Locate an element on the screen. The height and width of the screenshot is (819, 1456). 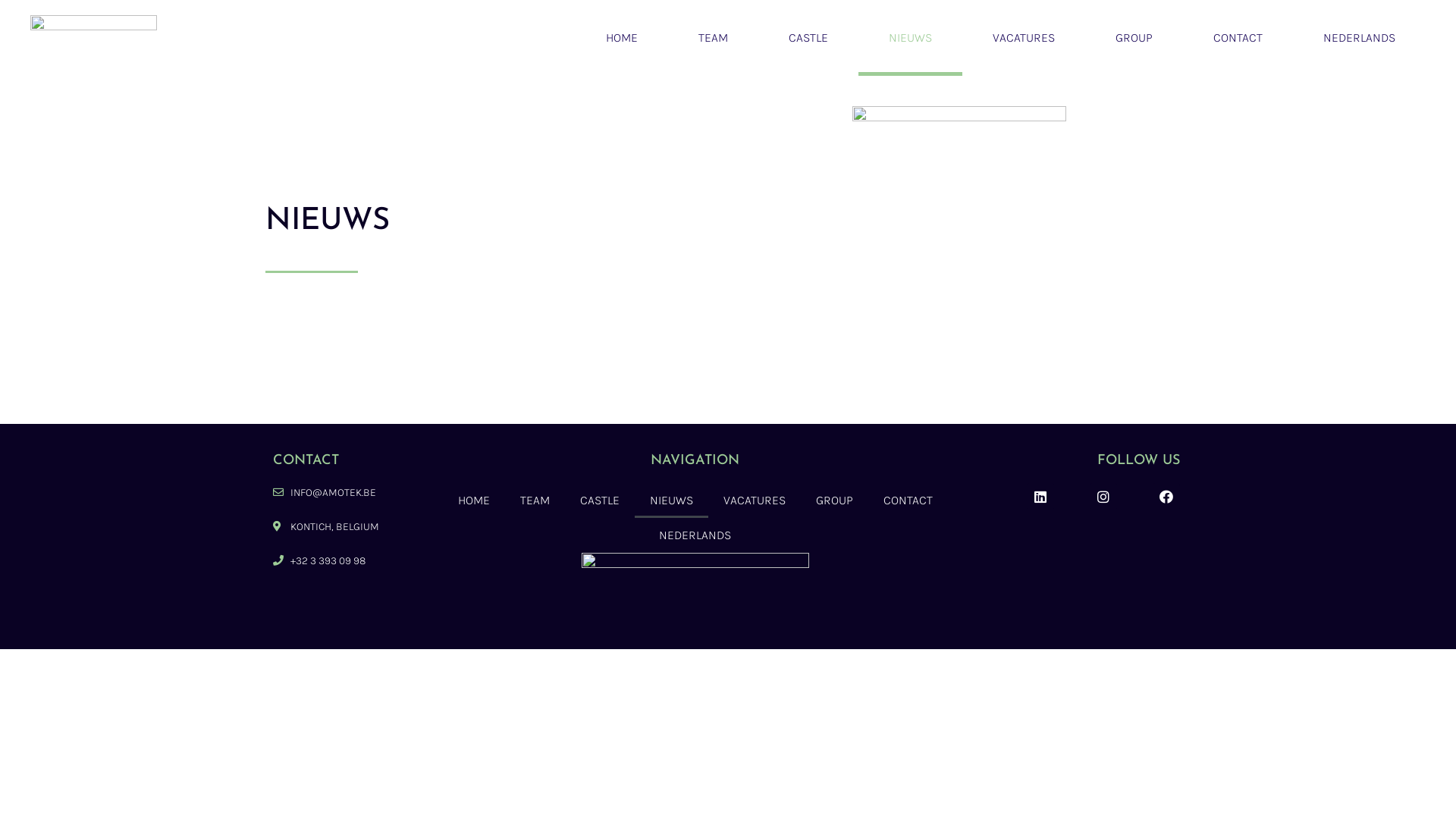
'NIEUWS' is located at coordinates (910, 37).